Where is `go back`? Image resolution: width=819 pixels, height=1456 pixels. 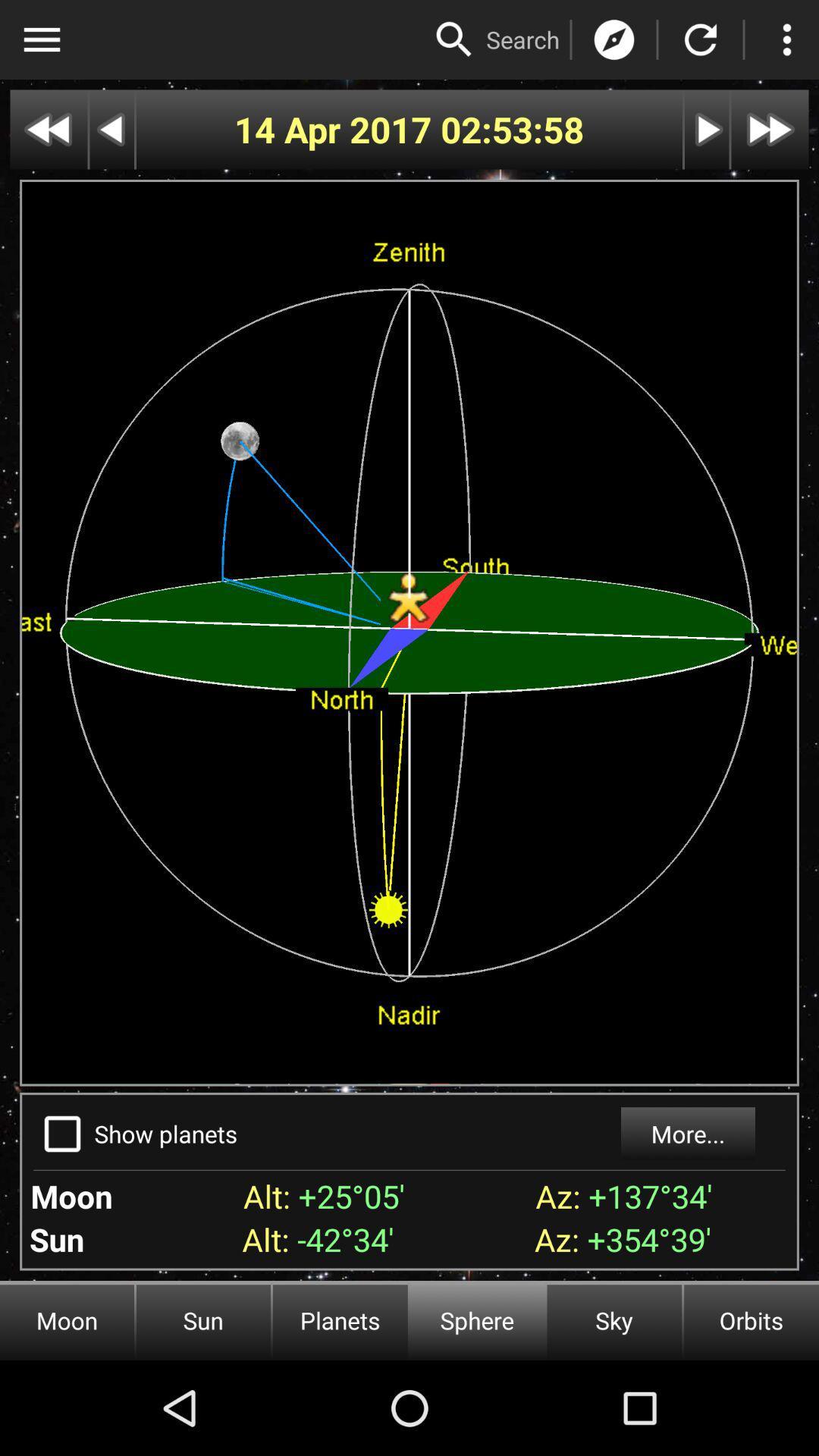
go back is located at coordinates (111, 130).